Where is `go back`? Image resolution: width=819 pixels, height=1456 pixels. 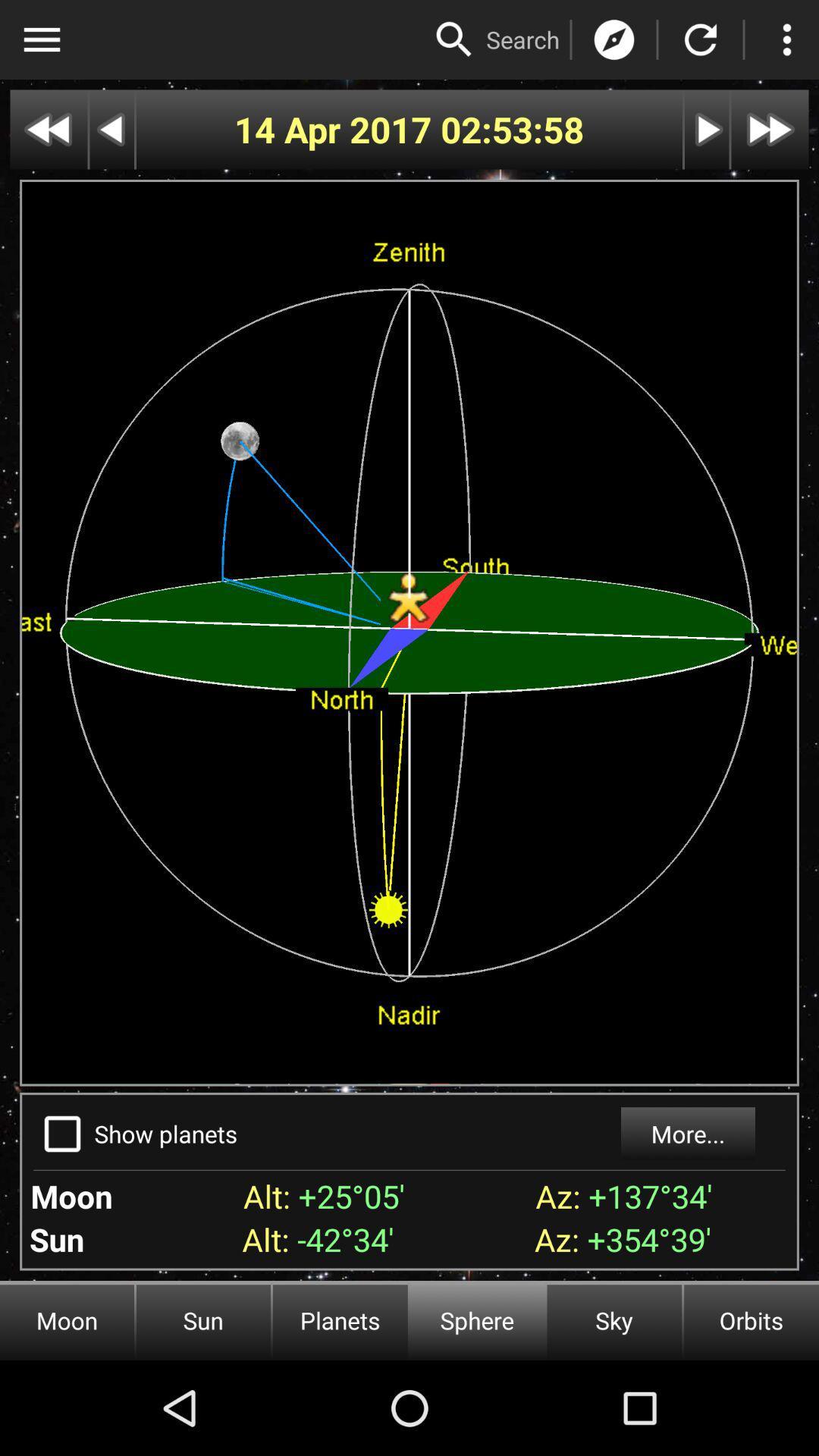
go back is located at coordinates (111, 130).